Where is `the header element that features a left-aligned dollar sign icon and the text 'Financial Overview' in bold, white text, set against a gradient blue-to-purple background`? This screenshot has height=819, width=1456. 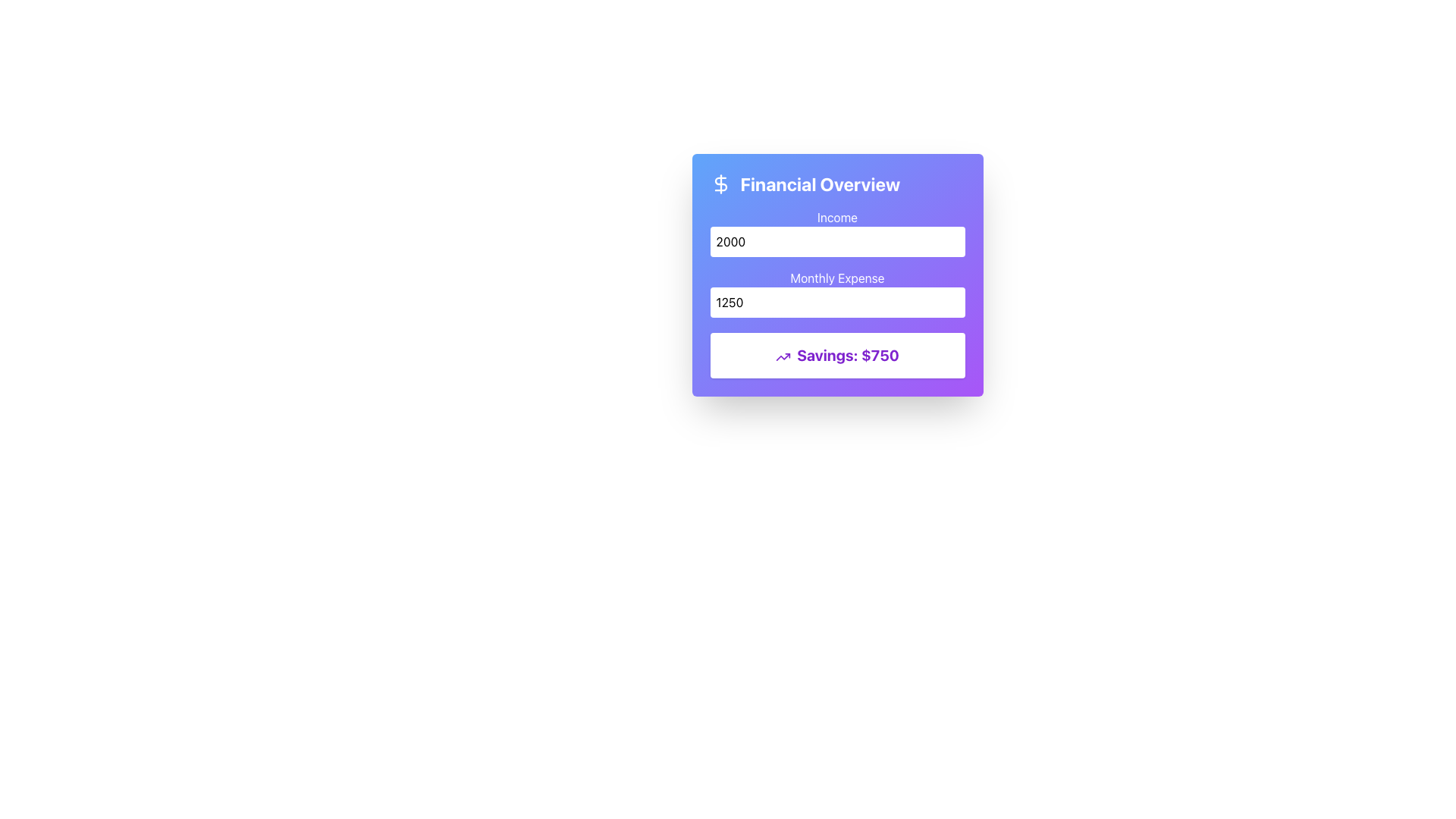
the header element that features a left-aligned dollar sign icon and the text 'Financial Overview' in bold, white text, set against a gradient blue-to-purple background is located at coordinates (836, 184).